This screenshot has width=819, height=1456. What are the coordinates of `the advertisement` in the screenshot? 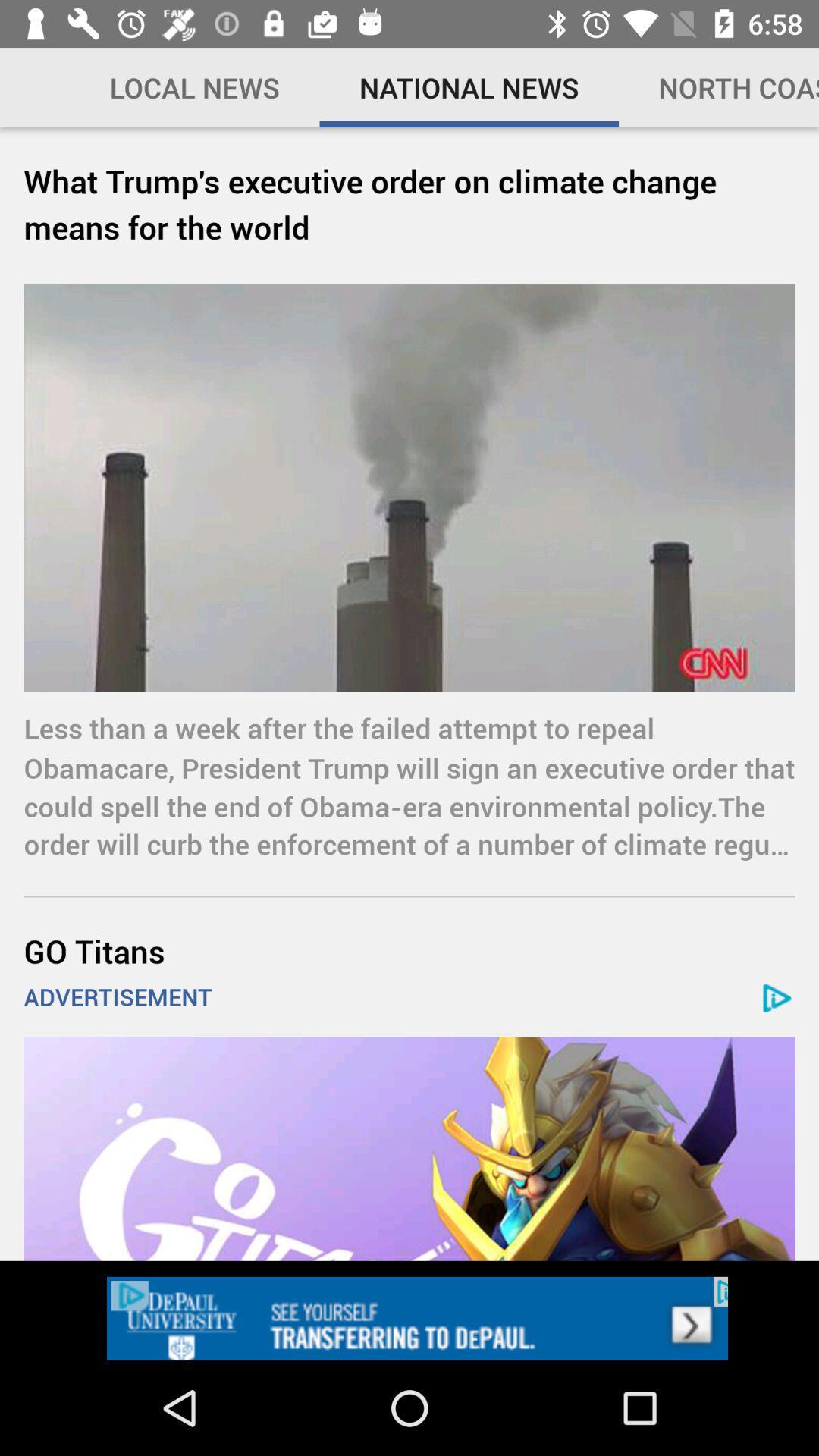 It's located at (409, 1149).